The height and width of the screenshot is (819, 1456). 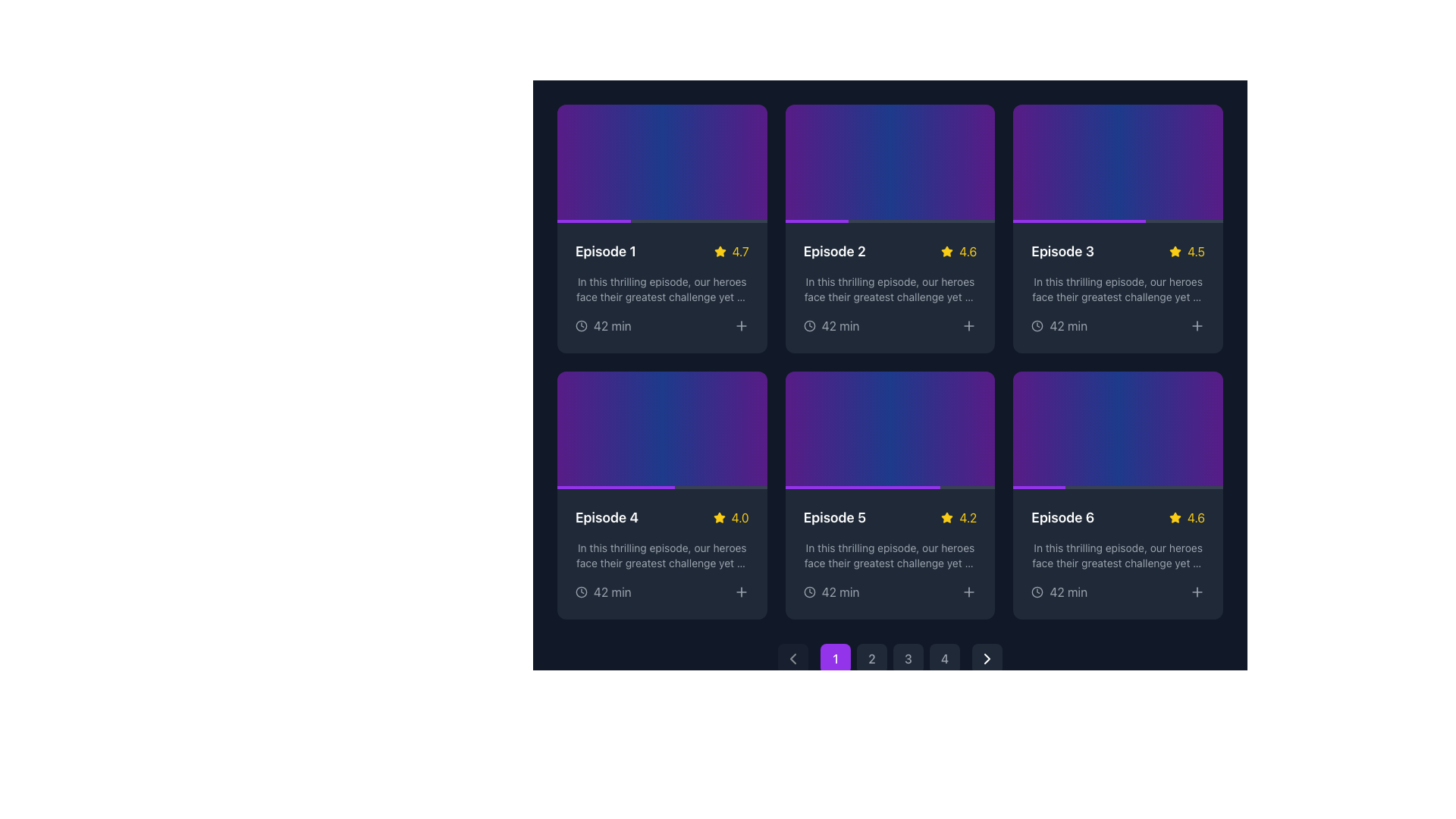 I want to click on the title and rating display element located at the top-left corner of the first card in the grid layout, so click(x=662, y=250).